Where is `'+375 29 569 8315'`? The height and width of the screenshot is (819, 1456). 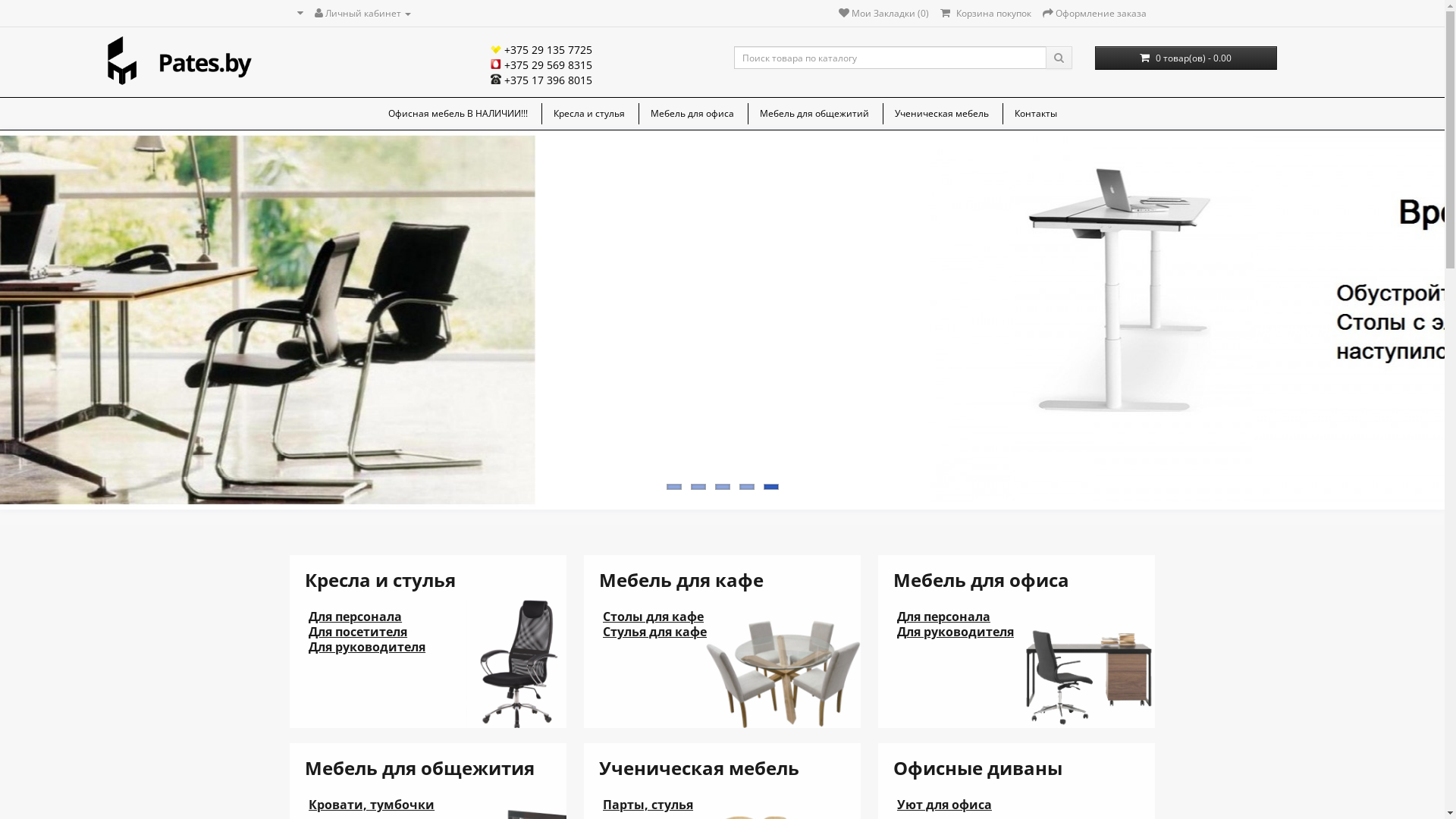
'+375 29 569 8315' is located at coordinates (541, 64).